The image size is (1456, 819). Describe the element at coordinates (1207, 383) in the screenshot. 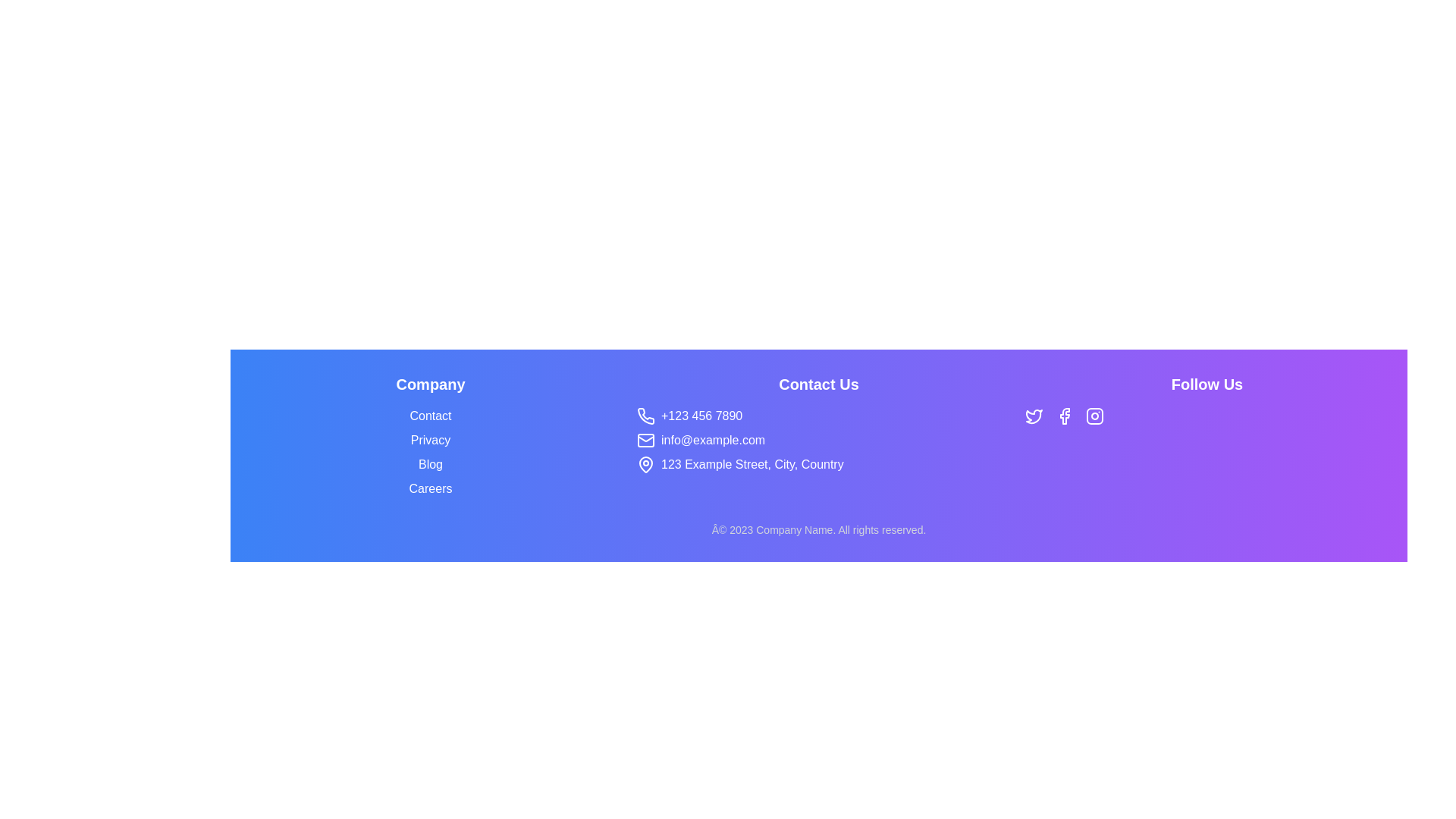

I see `the 'Follow Us' text label, which is prominently displayed in a larger font on a gradient purple and blue background in the top-right area of the footer` at that location.